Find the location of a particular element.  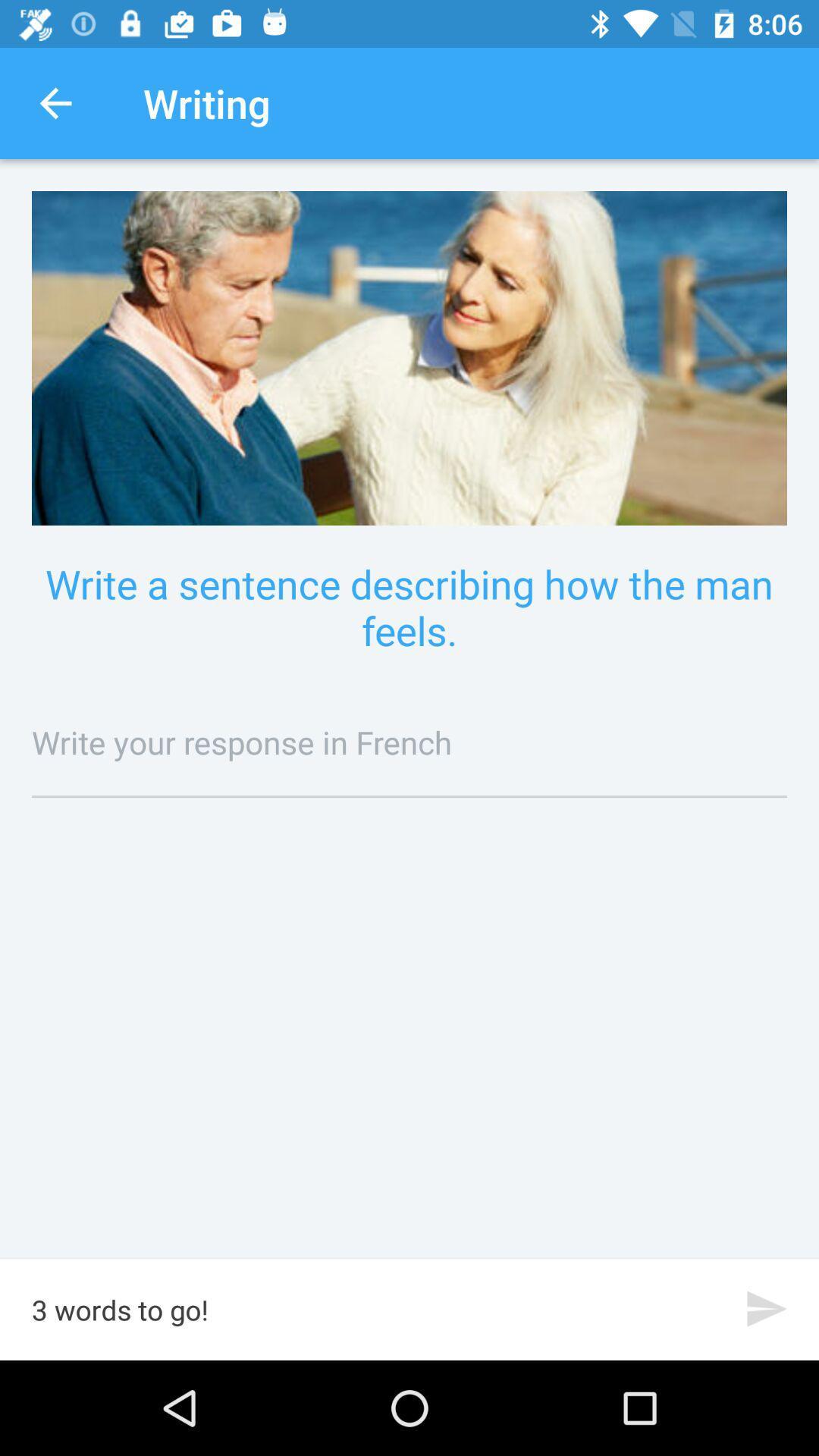

icon next to writing item is located at coordinates (55, 102).